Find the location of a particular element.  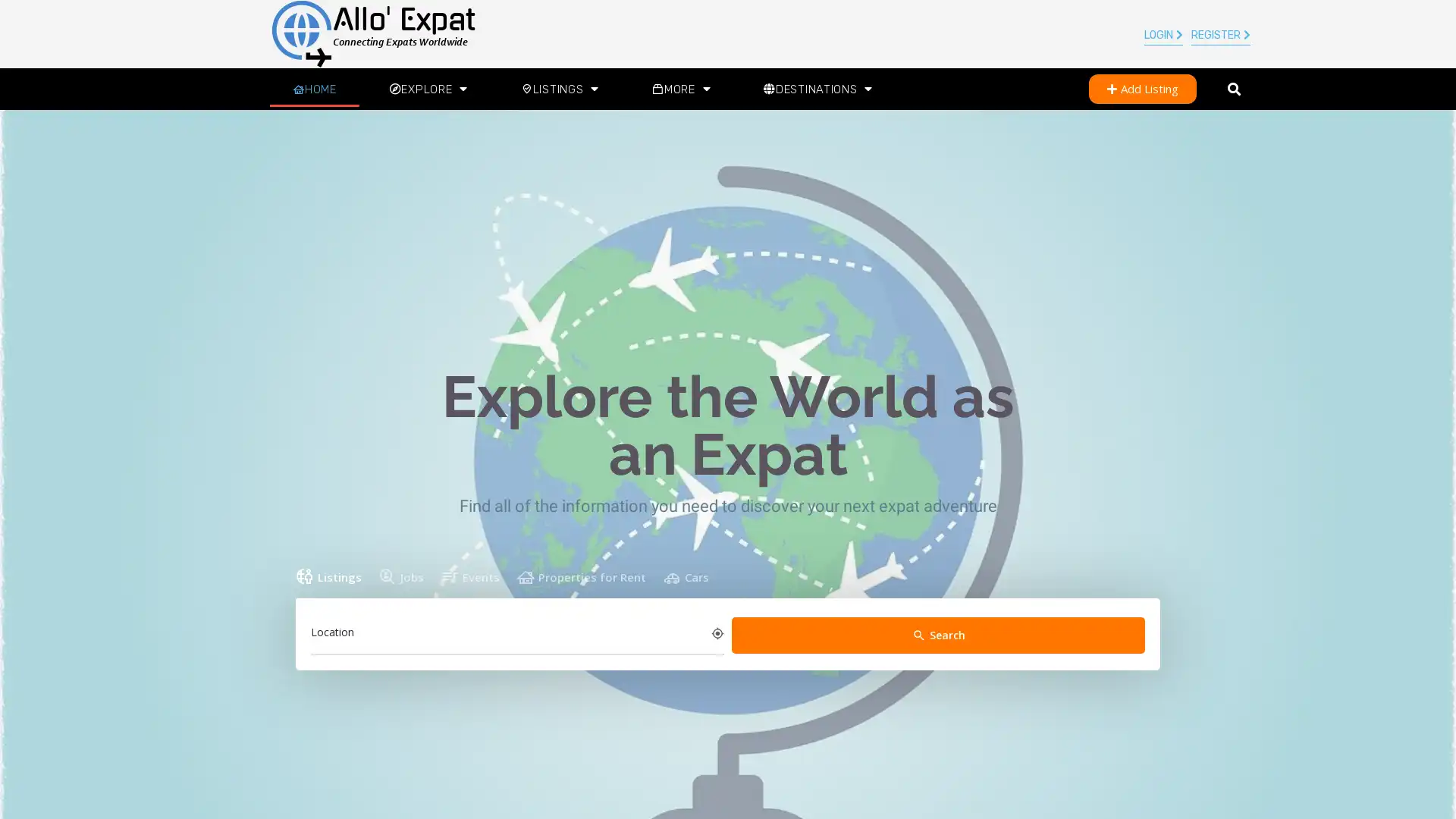

Add Listing is located at coordinates (1142, 89).